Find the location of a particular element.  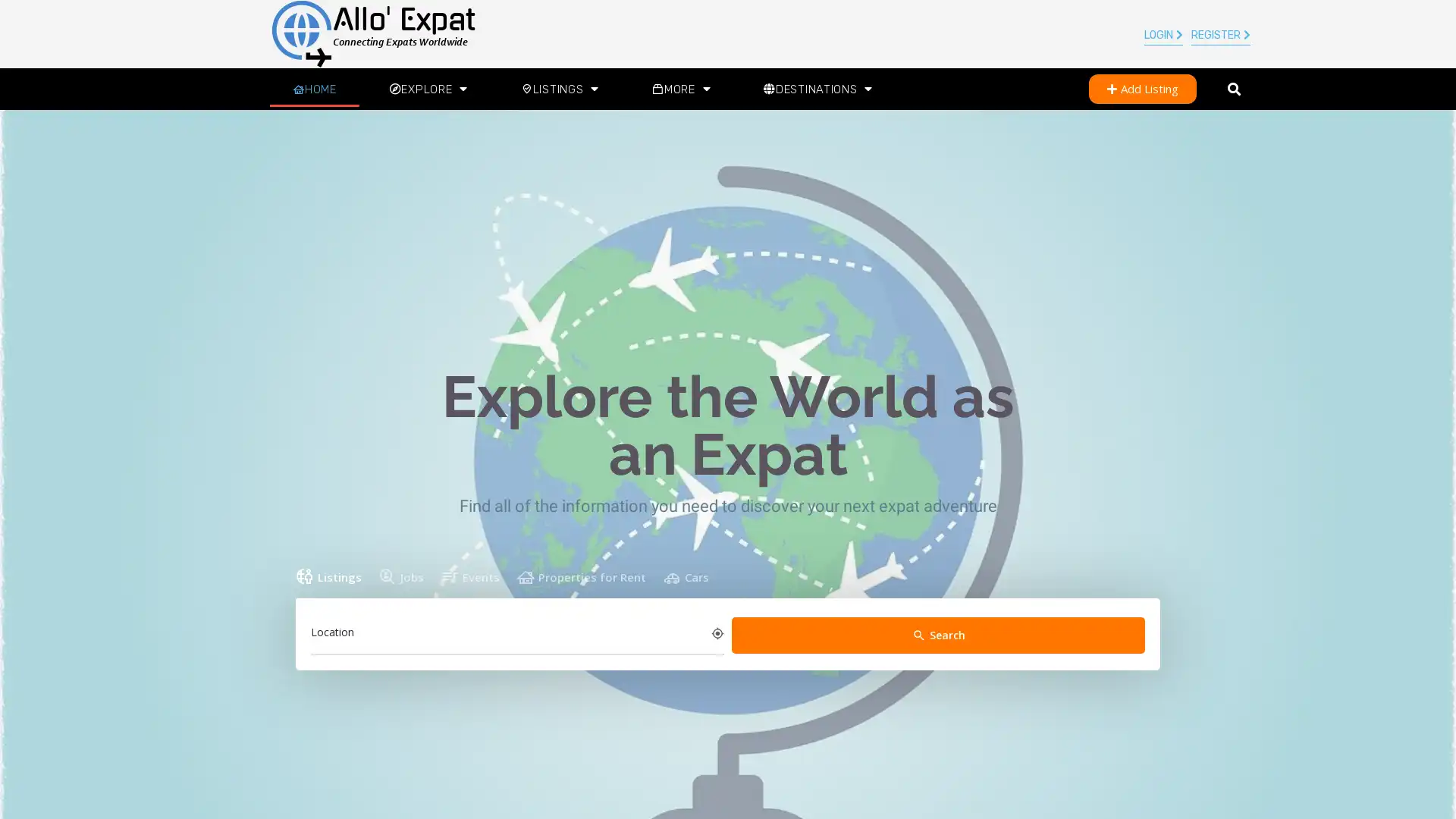

Add Listing is located at coordinates (1142, 89).